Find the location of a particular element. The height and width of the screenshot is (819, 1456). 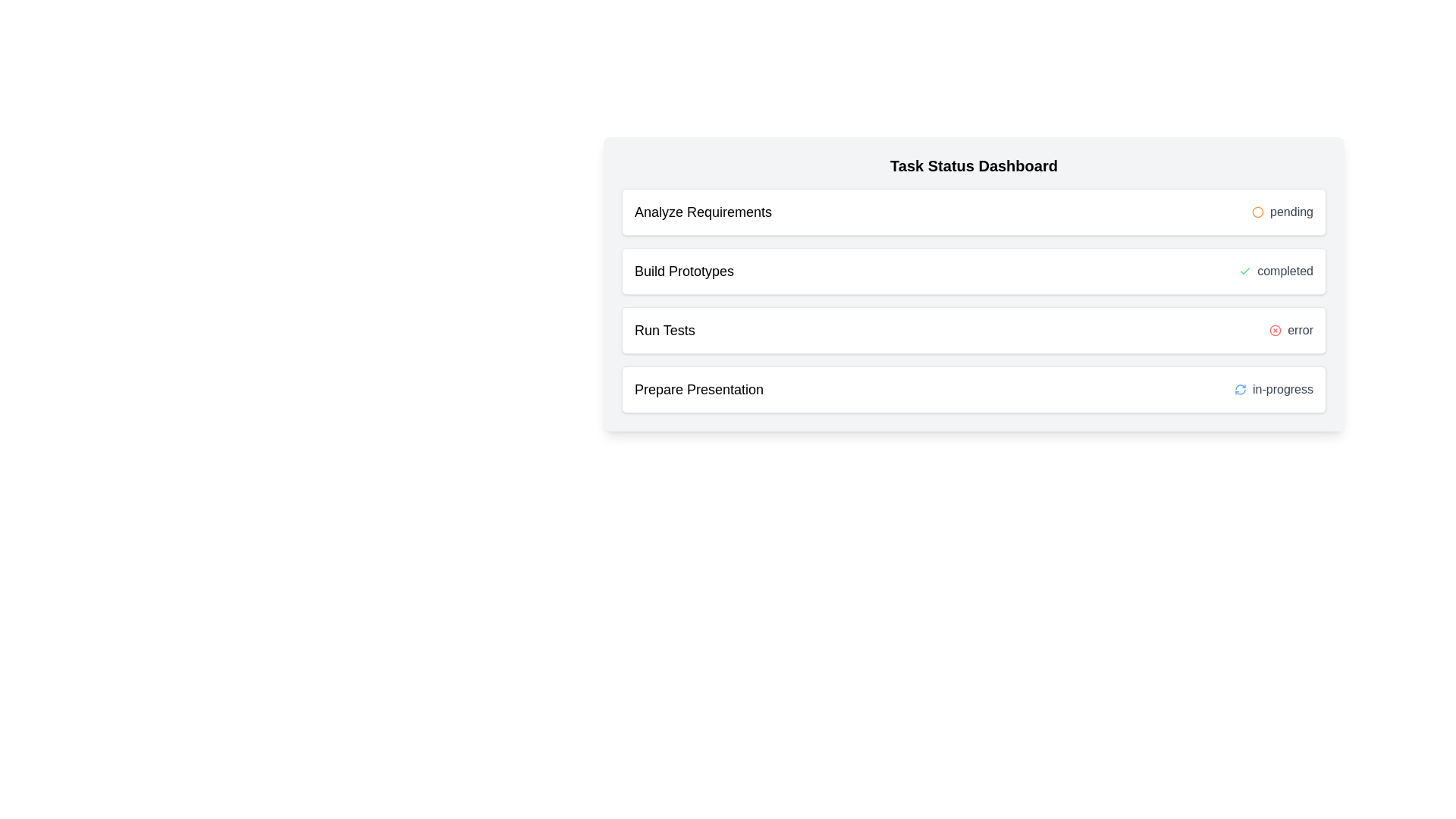

the checkmark icon that represents the successful completion of the task in the 'Build Prototypes' row of the task status dashboard is located at coordinates (1245, 271).